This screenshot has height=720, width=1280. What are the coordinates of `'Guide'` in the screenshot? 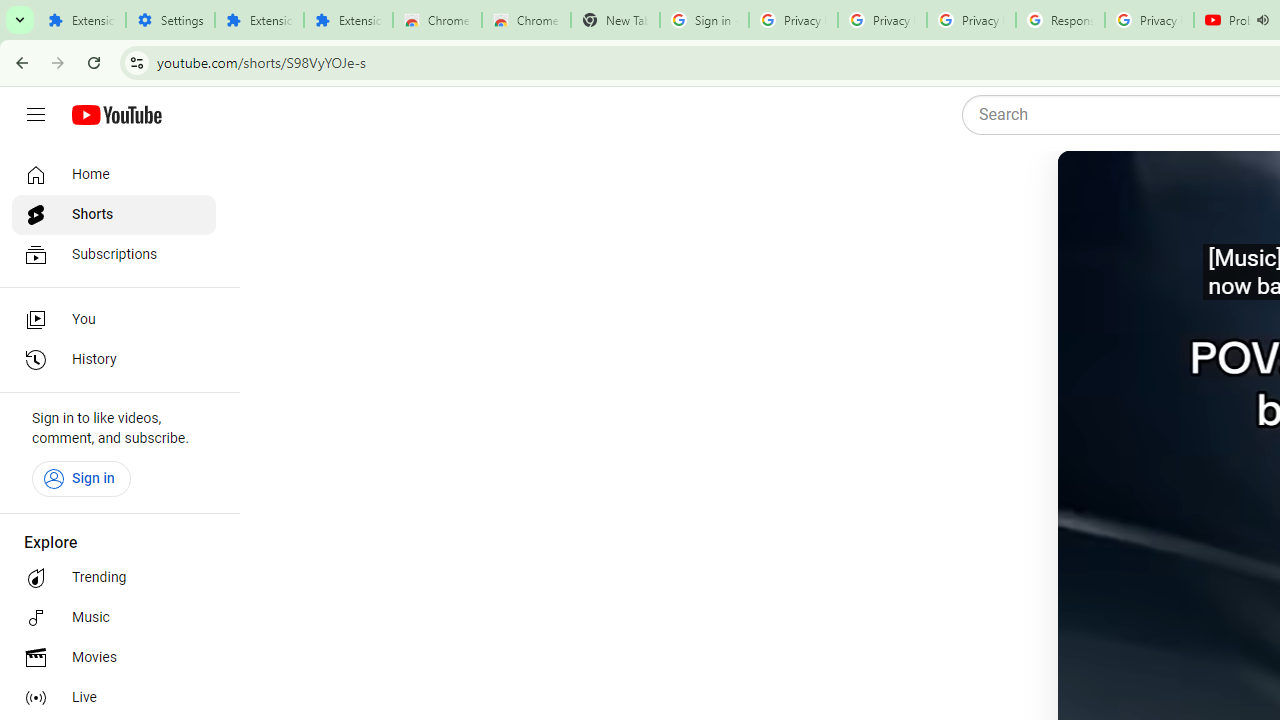 It's located at (35, 115).